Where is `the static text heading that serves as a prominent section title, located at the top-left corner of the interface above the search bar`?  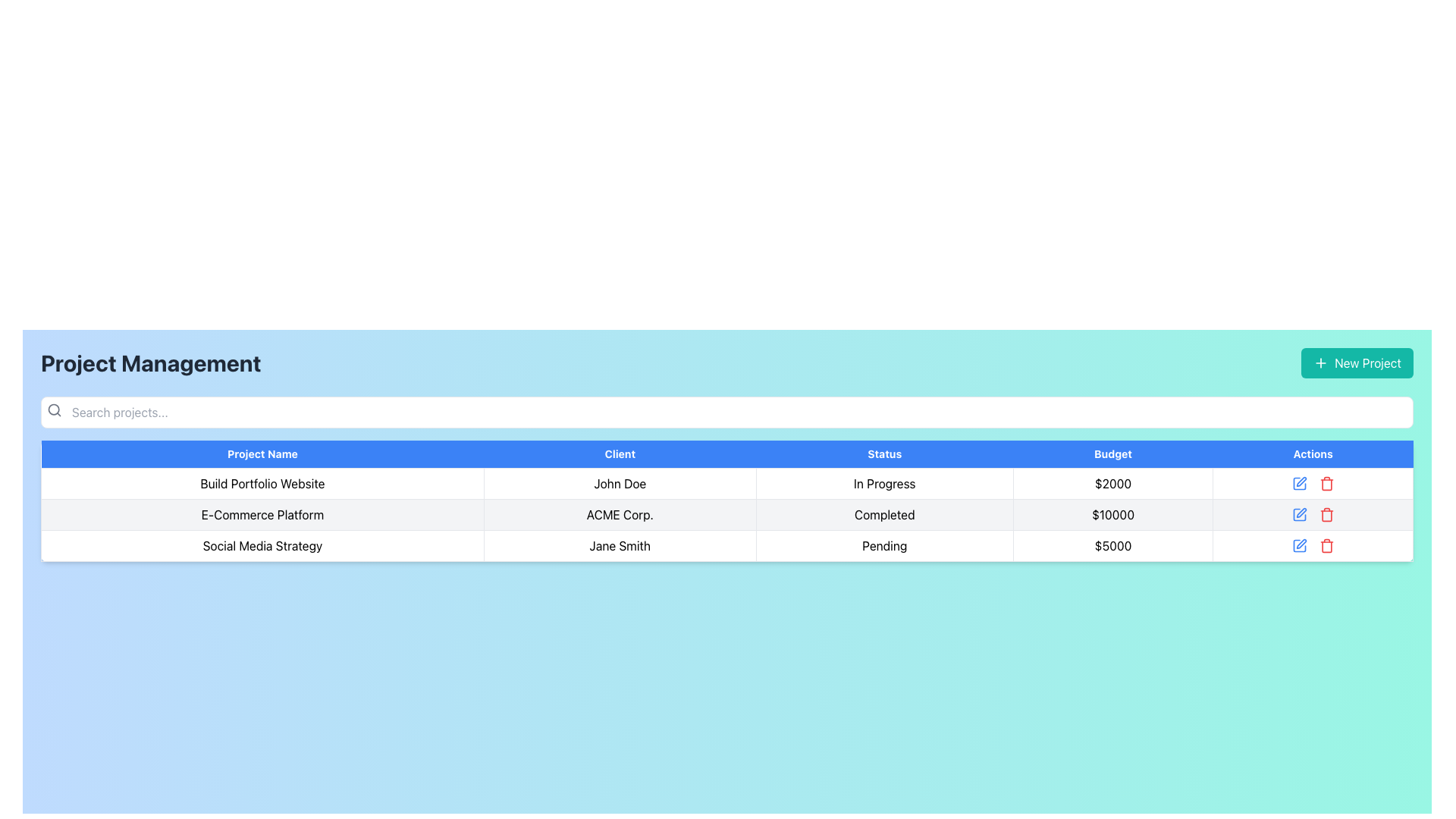 the static text heading that serves as a prominent section title, located at the top-left corner of the interface above the search bar is located at coordinates (151, 362).